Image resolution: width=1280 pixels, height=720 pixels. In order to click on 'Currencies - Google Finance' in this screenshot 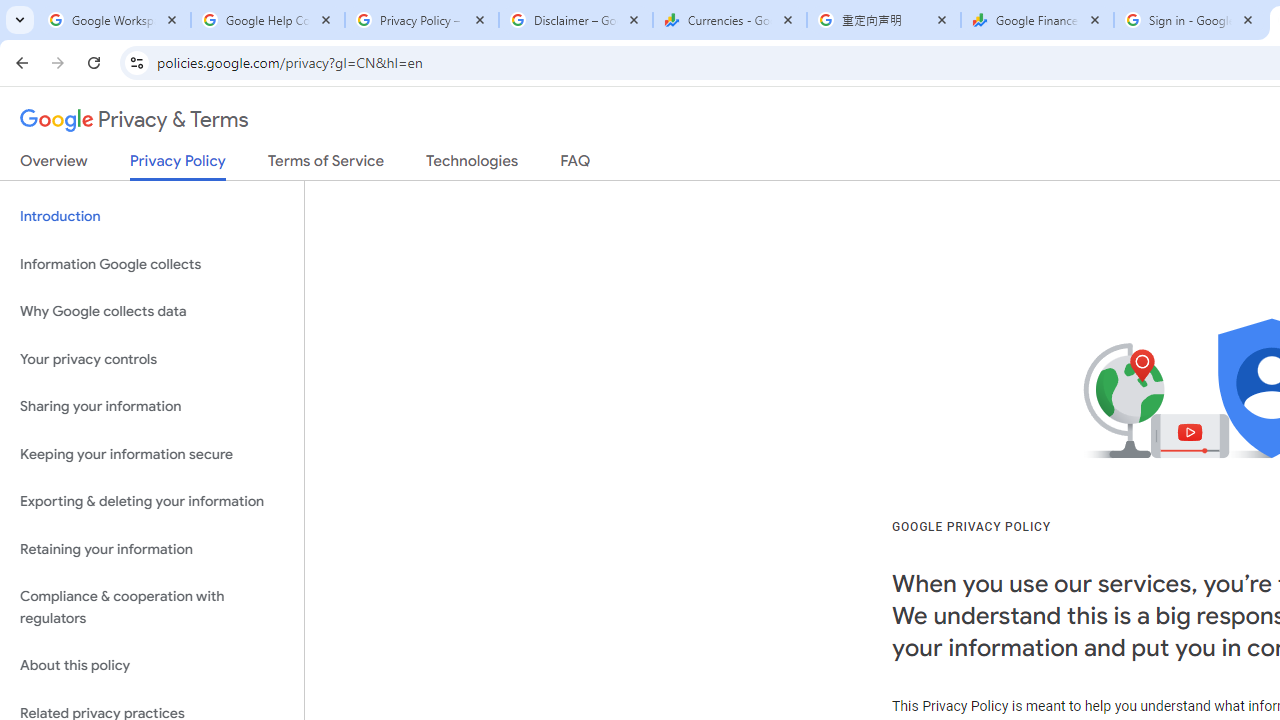, I will do `click(729, 20)`.